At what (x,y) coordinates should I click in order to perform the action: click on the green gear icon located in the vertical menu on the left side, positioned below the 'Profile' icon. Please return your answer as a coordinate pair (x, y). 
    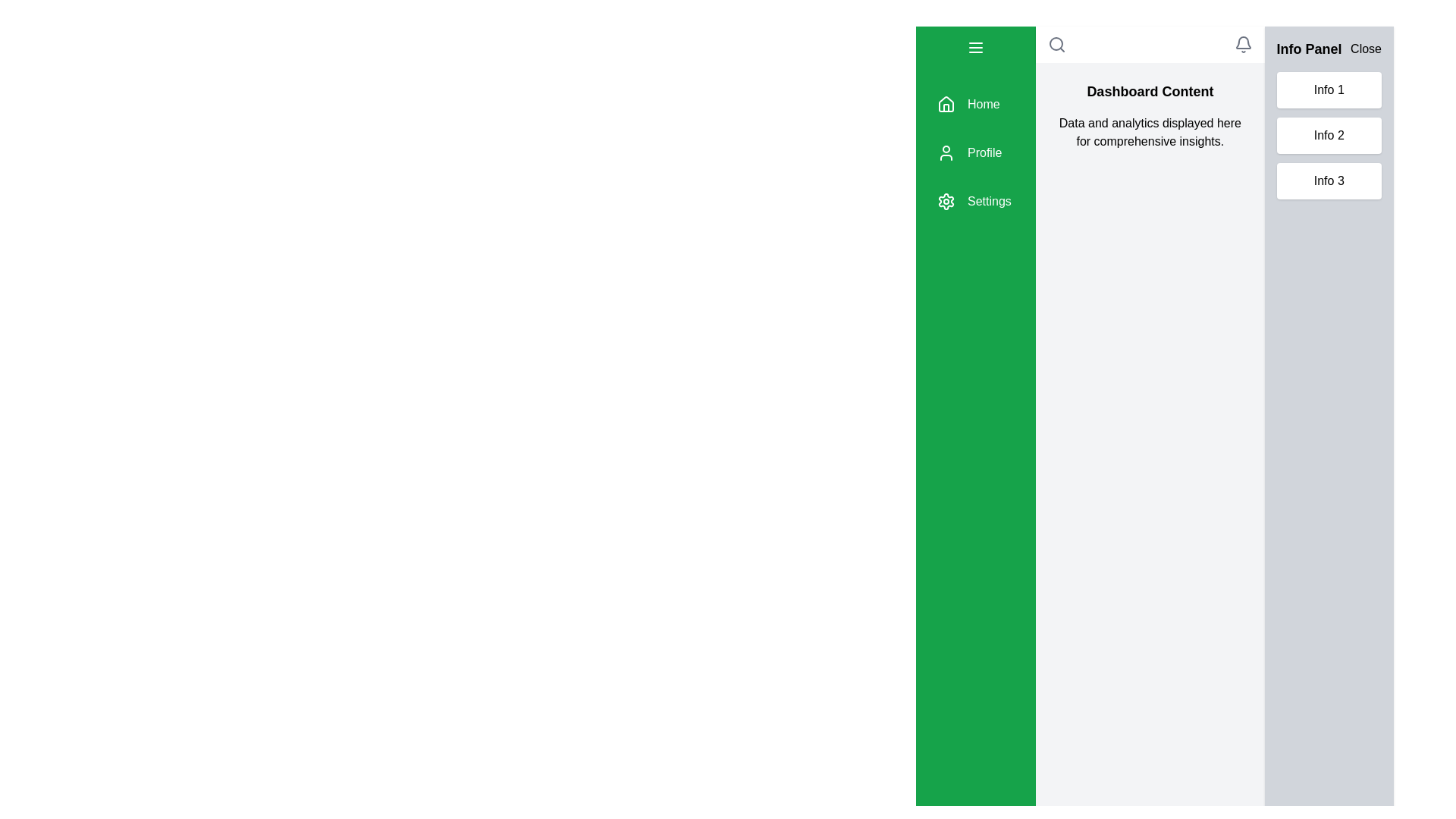
    Looking at the image, I should click on (946, 201).